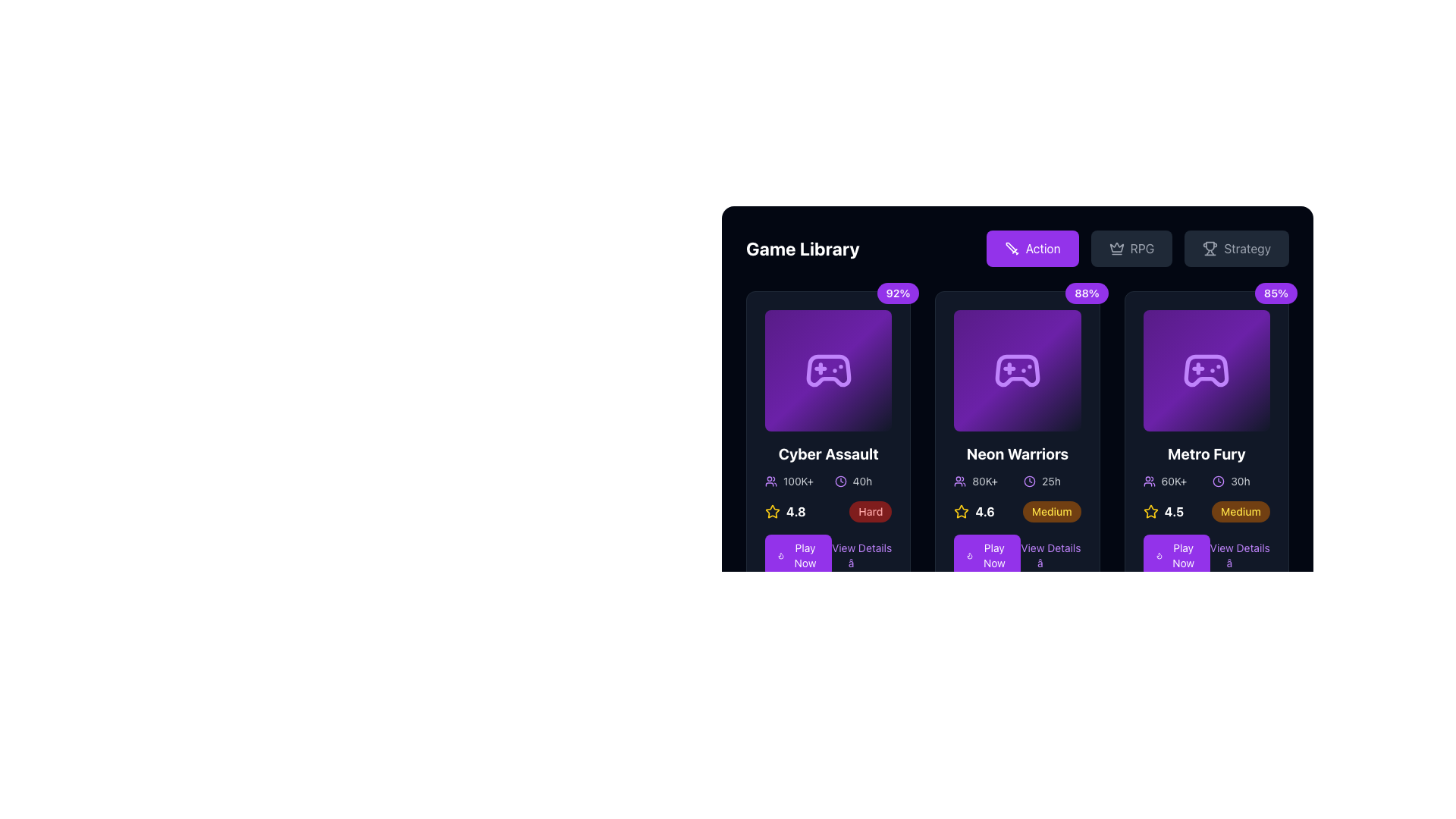  I want to click on the textual component displaying '80K+' and '25h' with accompanying icons, located in the second card of the 'Game Library' under the 'Neon Warriors' section, so click(1018, 482).